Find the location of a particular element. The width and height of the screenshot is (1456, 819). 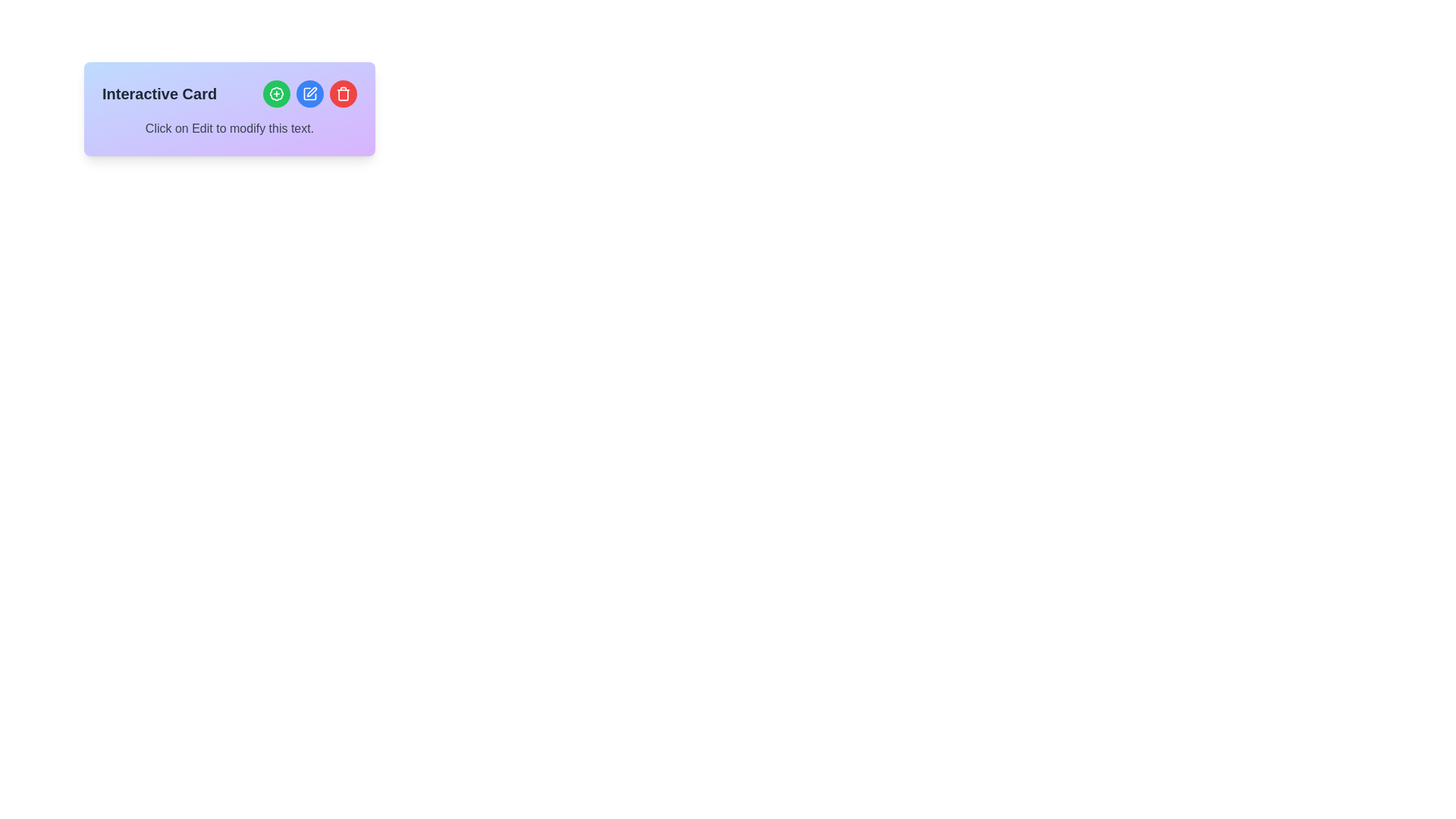

the 'Add' or 'Group' button with icon located at the top-right corner of the 'Interactive Card' is located at coordinates (276, 93).